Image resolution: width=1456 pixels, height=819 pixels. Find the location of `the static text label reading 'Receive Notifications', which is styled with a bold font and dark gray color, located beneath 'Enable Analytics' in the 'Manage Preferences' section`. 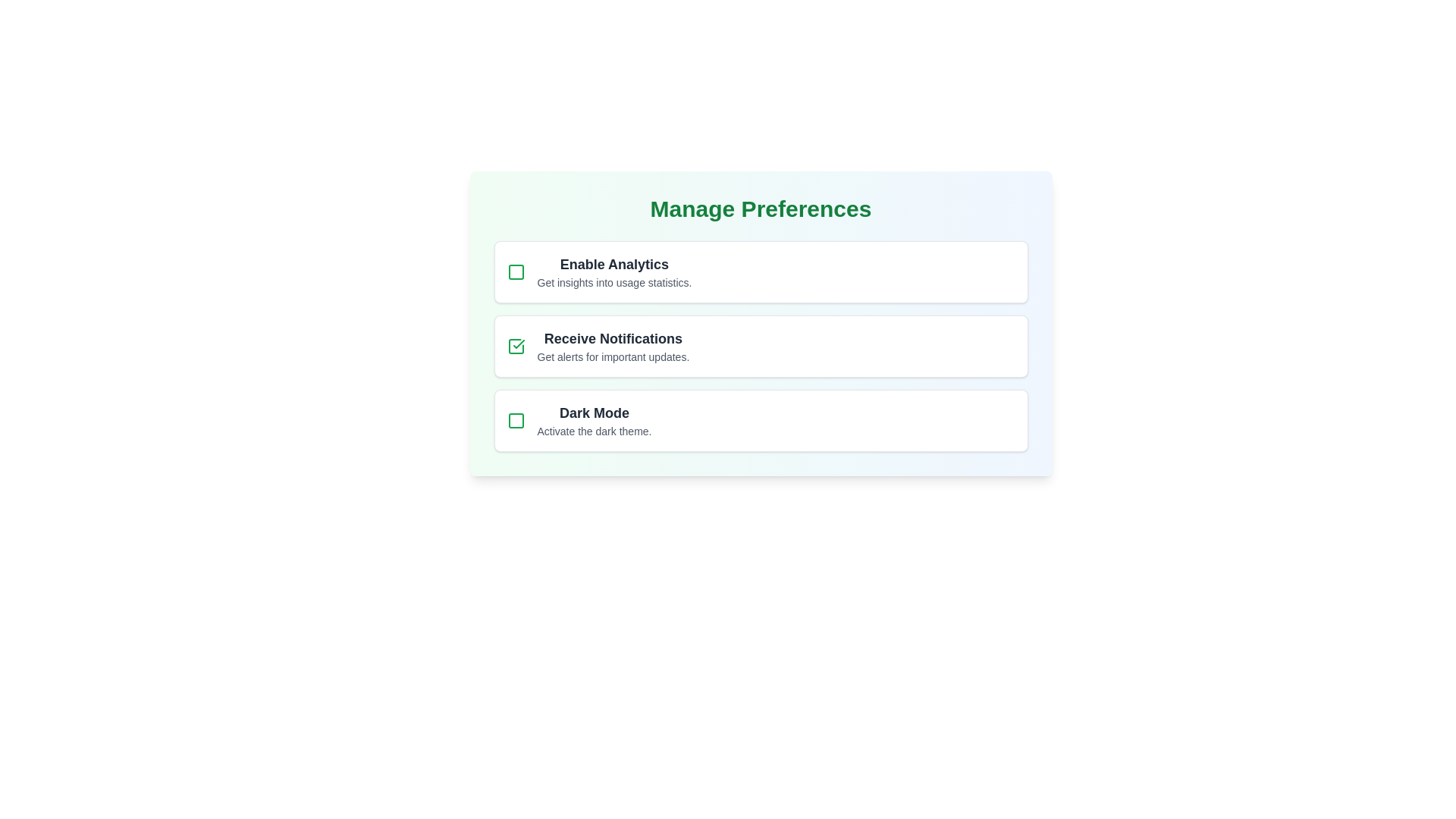

the static text label reading 'Receive Notifications', which is styled with a bold font and dark gray color, located beneath 'Enable Analytics' in the 'Manage Preferences' section is located at coordinates (613, 338).